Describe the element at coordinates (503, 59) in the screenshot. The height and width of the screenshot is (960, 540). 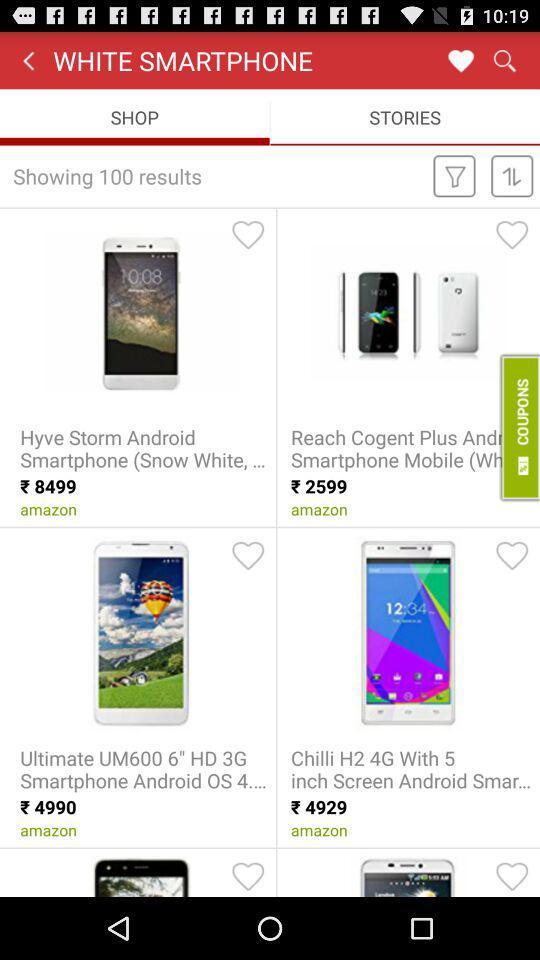
I see `search` at that location.